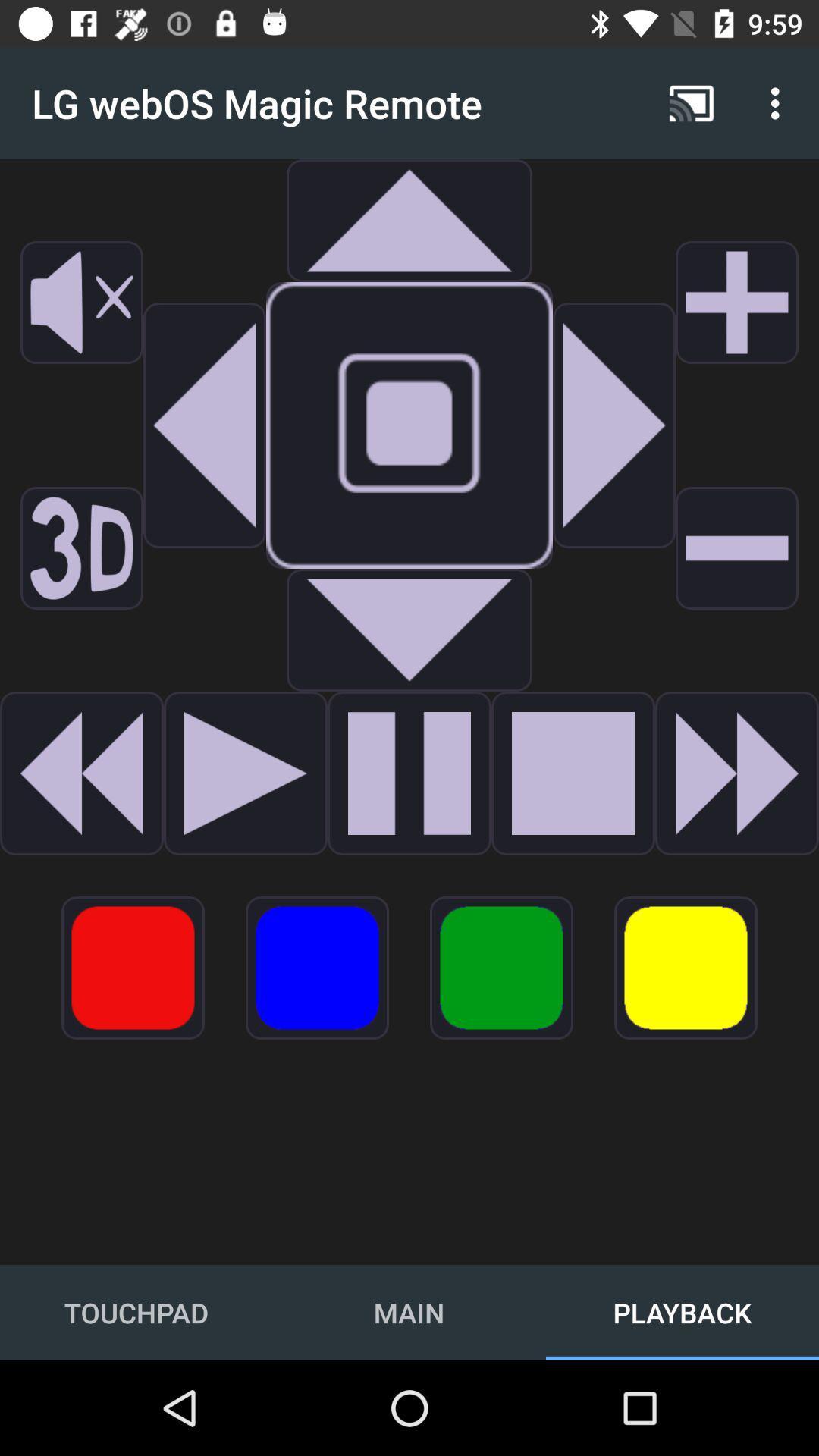  What do you see at coordinates (501, 967) in the screenshot?
I see `green button` at bounding box center [501, 967].